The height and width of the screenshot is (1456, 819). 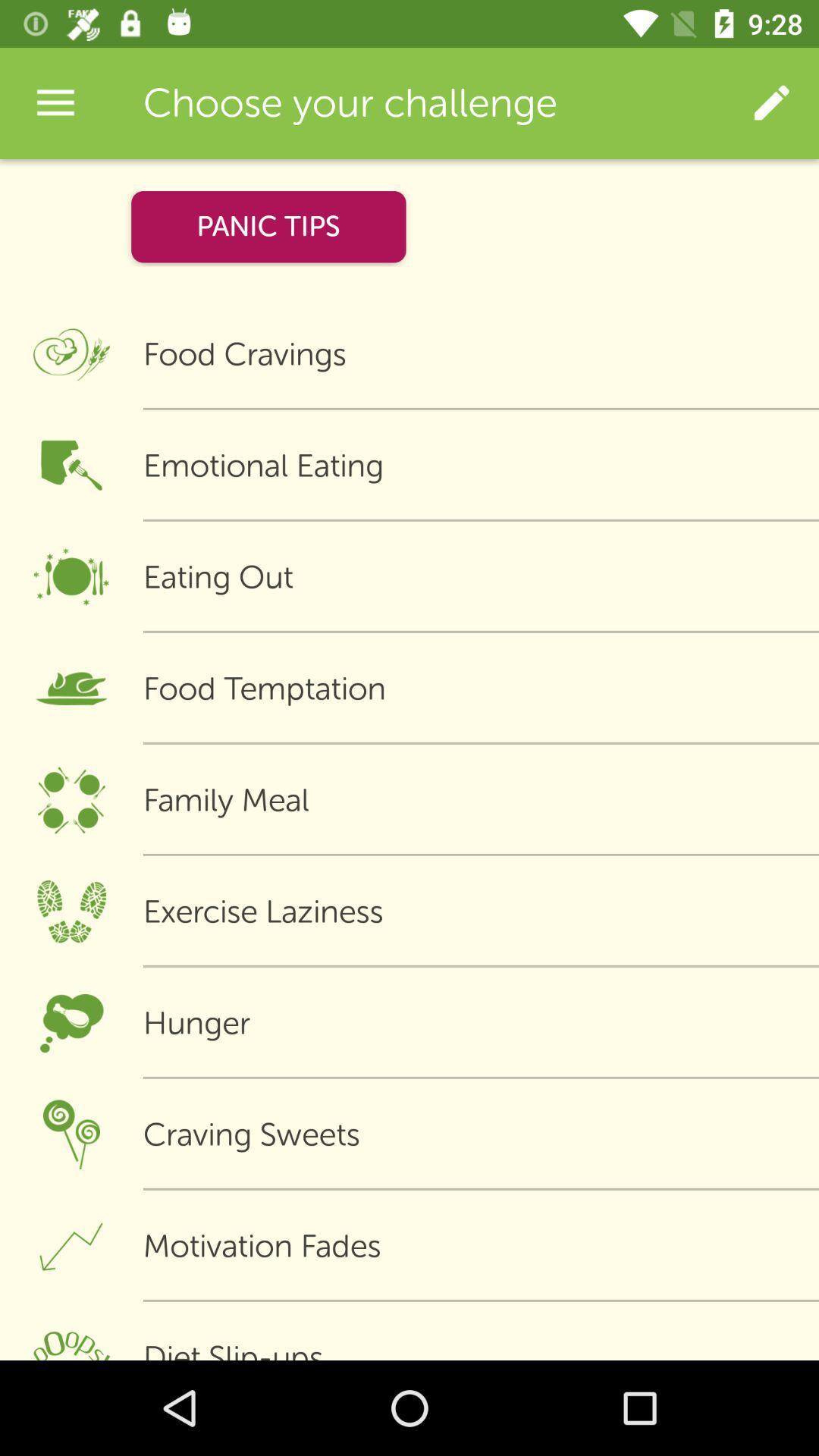 I want to click on the icon above the food cravings icon, so click(x=771, y=102).